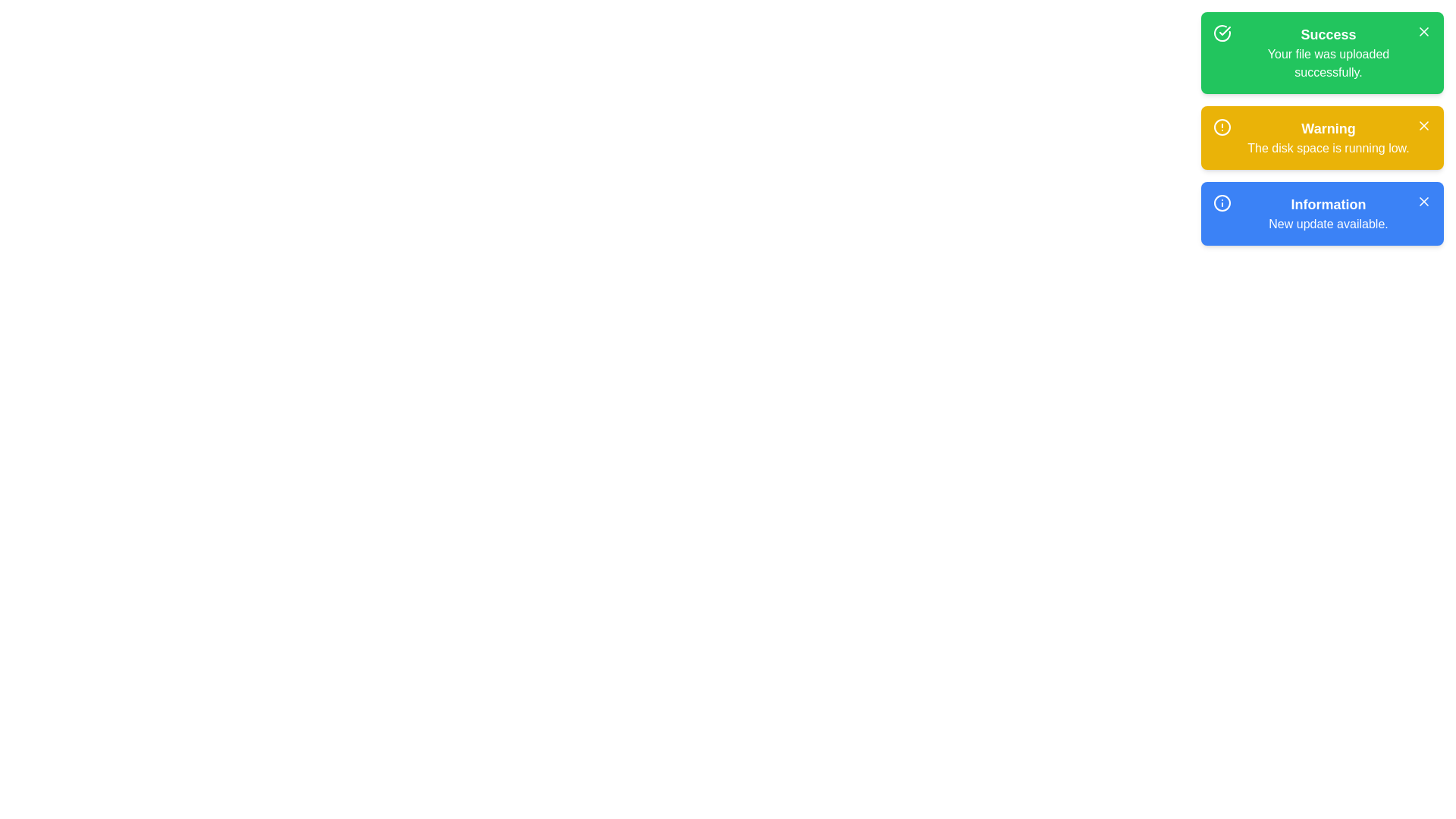 This screenshot has width=1456, height=819. Describe the element at coordinates (1423, 32) in the screenshot. I see `dismiss button for the notification with title 'Success'` at that location.